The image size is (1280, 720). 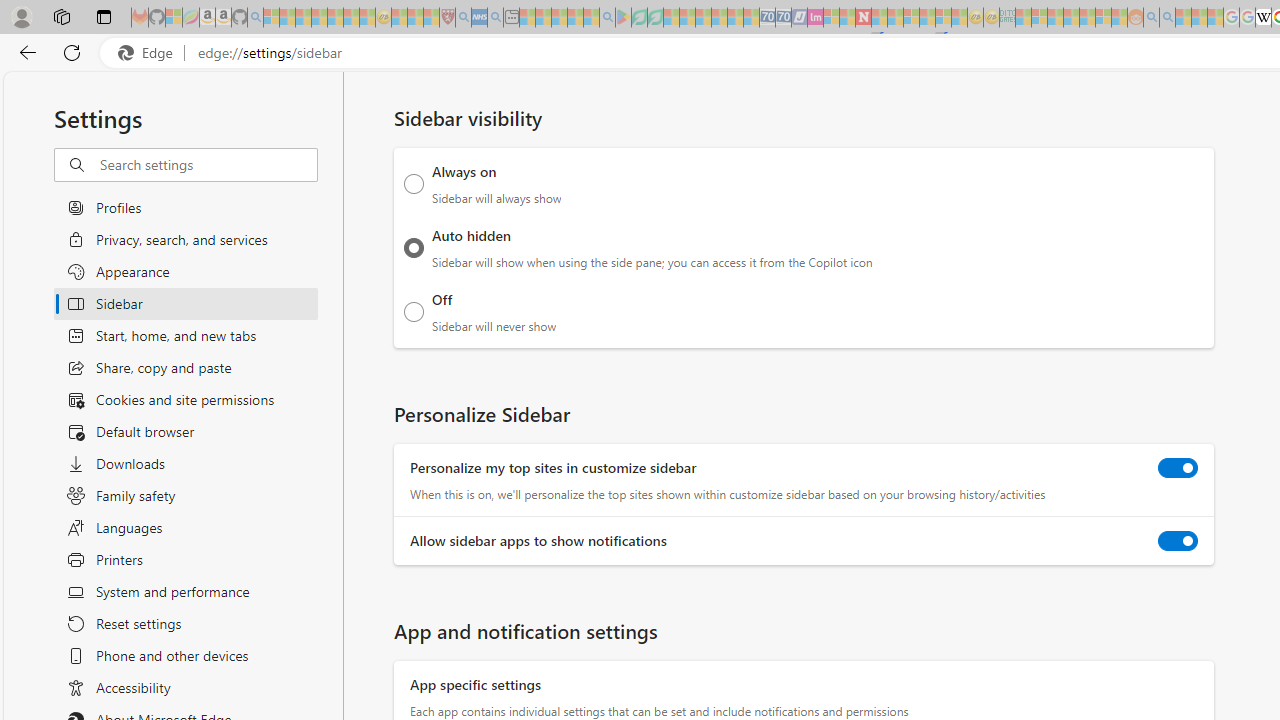 I want to click on 'Local - MSN - Sleeping', so click(x=430, y=17).